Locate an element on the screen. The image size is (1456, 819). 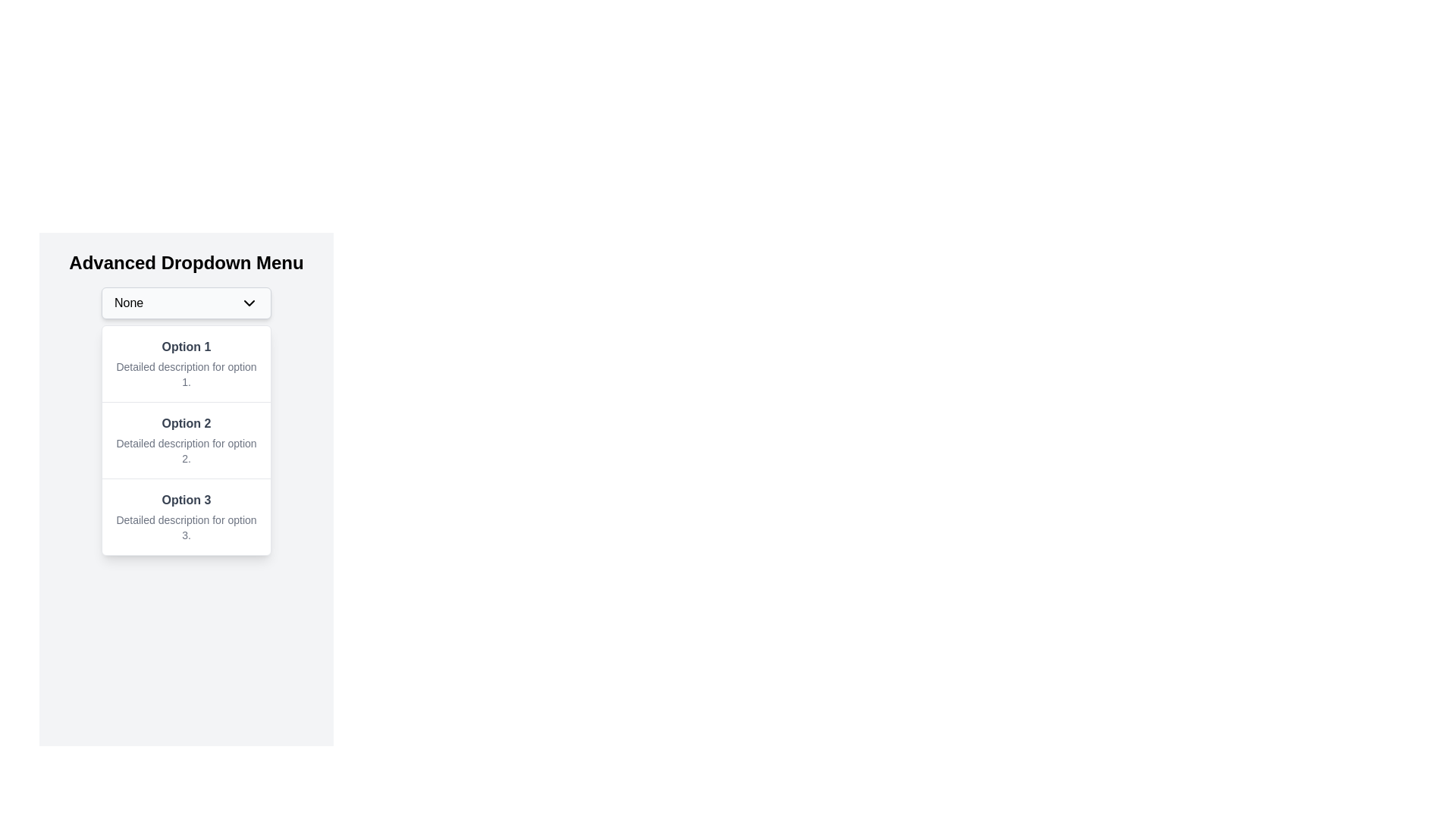
text label displaying 'Option 2', which is styled in bold and dark gray, located in the second option of a vertical dropdown menu is located at coordinates (185, 424).